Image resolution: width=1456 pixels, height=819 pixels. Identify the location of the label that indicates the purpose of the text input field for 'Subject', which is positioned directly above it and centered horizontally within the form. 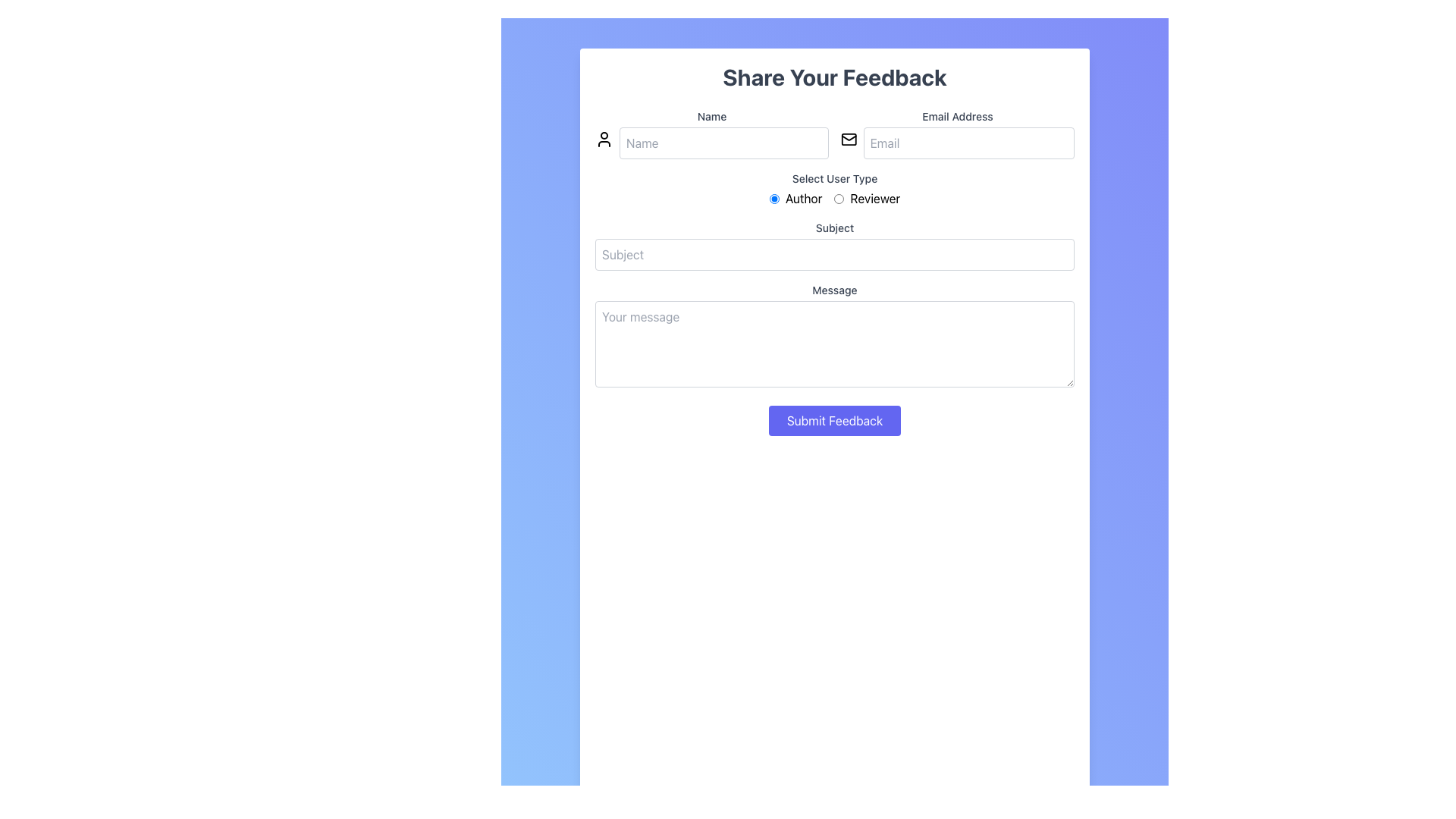
(833, 227).